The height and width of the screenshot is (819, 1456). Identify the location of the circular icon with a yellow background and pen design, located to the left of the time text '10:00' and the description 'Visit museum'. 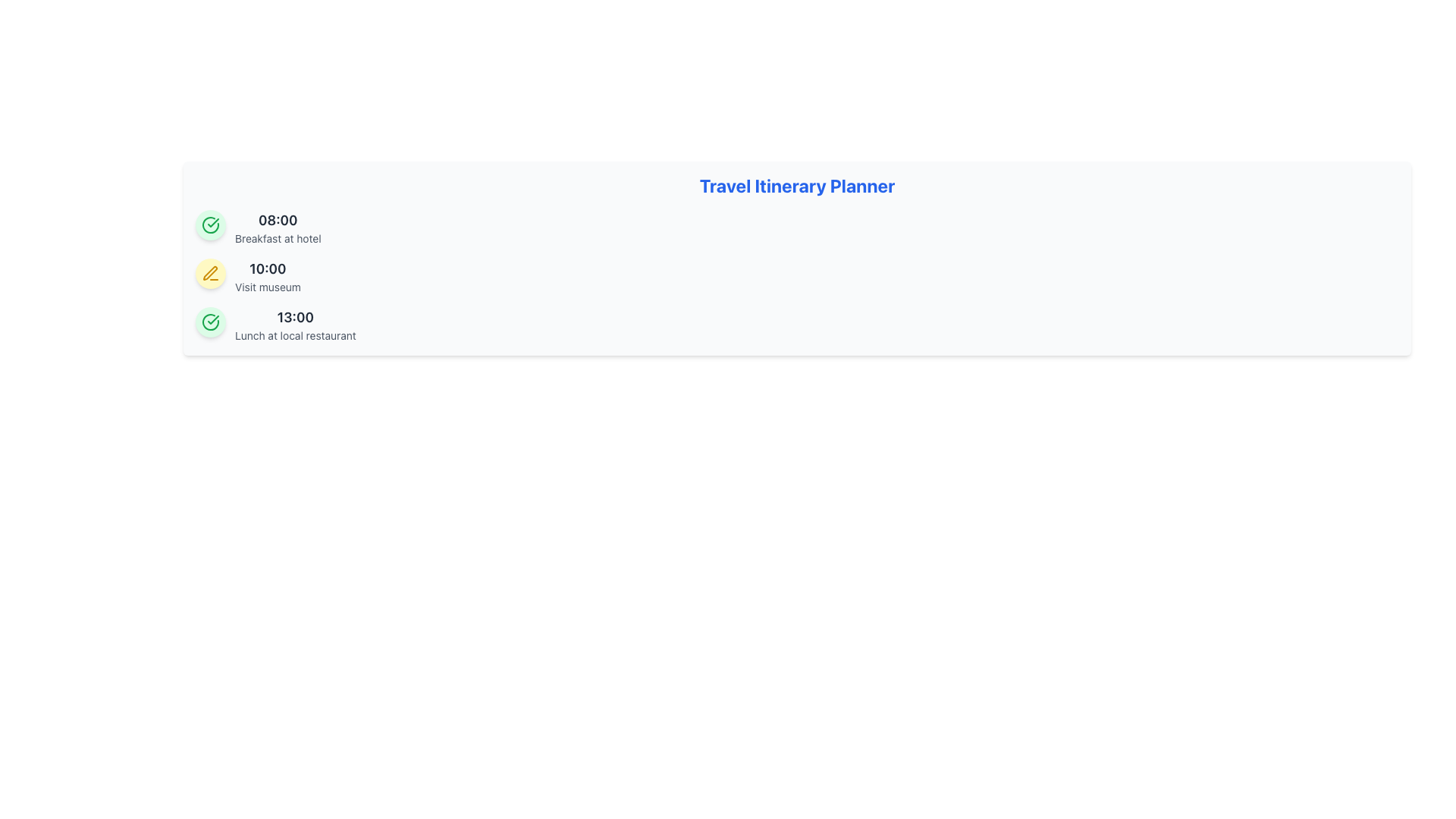
(210, 274).